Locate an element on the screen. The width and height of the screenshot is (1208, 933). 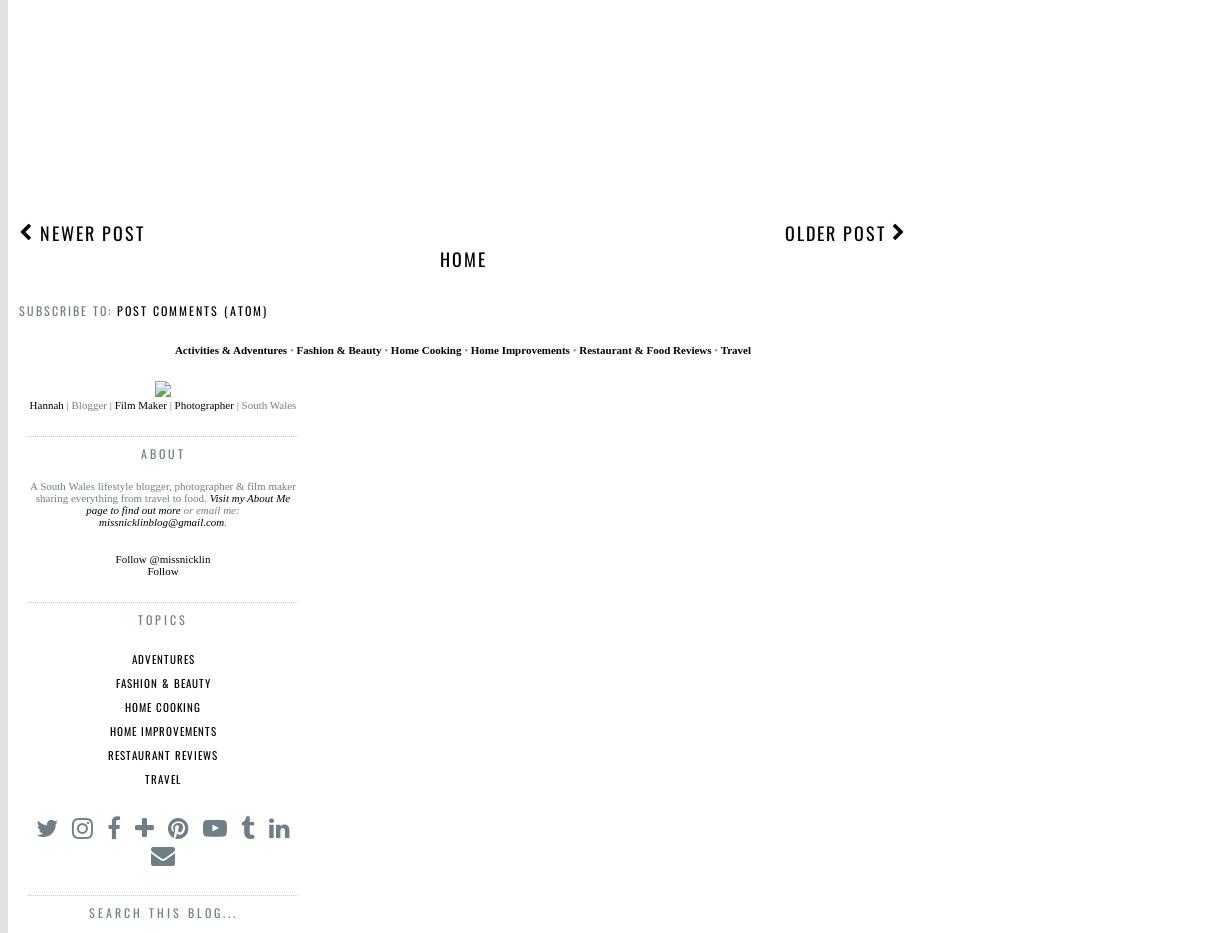
'Adventures' is located at coordinates (162, 657).